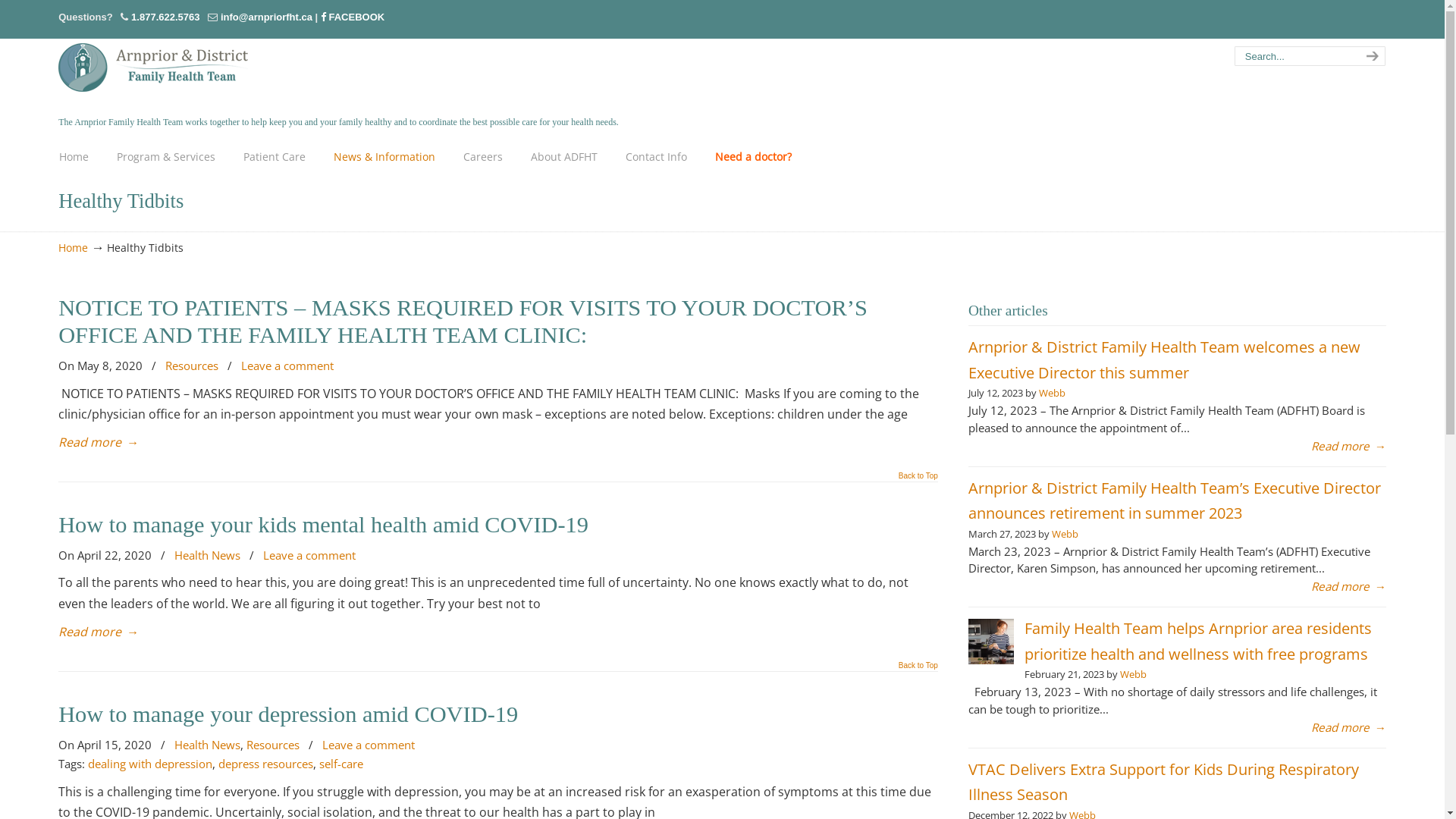 This screenshot has height=819, width=1456. I want to click on 'Leave a comment', so click(287, 366).